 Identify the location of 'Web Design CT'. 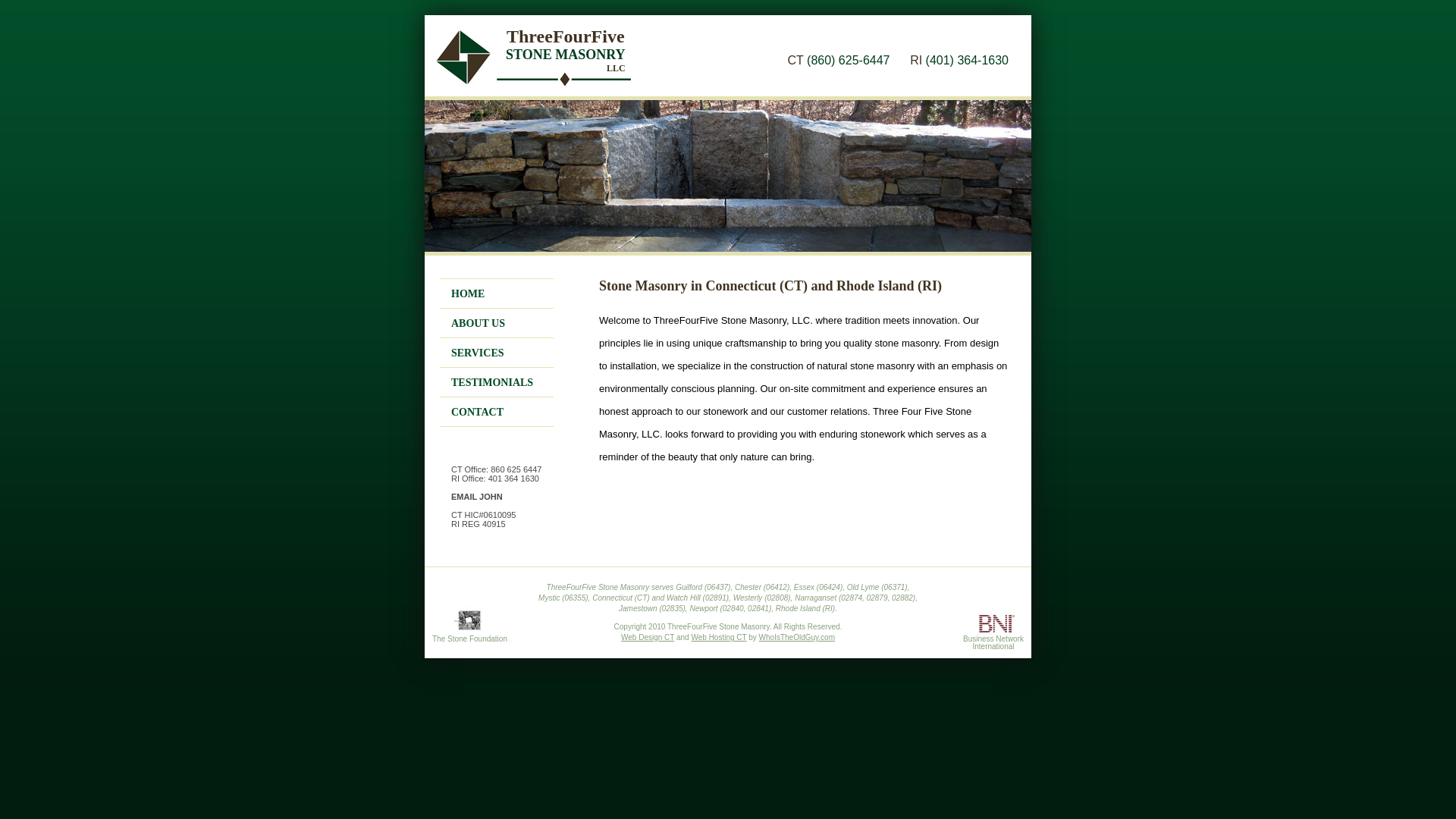
(621, 637).